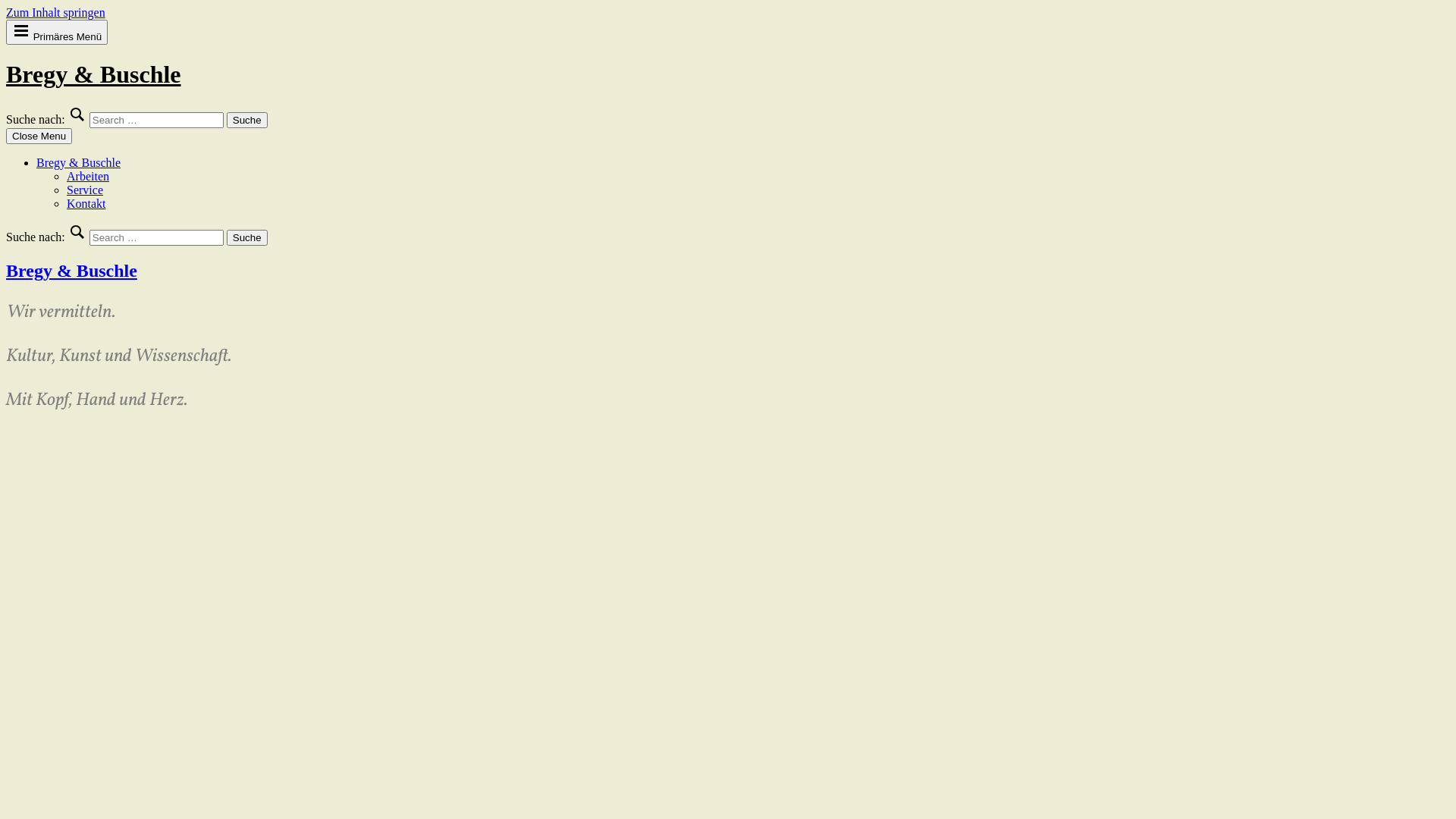 The height and width of the screenshot is (819, 1456). Describe the element at coordinates (86, 175) in the screenshot. I see `'Arbeiten'` at that location.